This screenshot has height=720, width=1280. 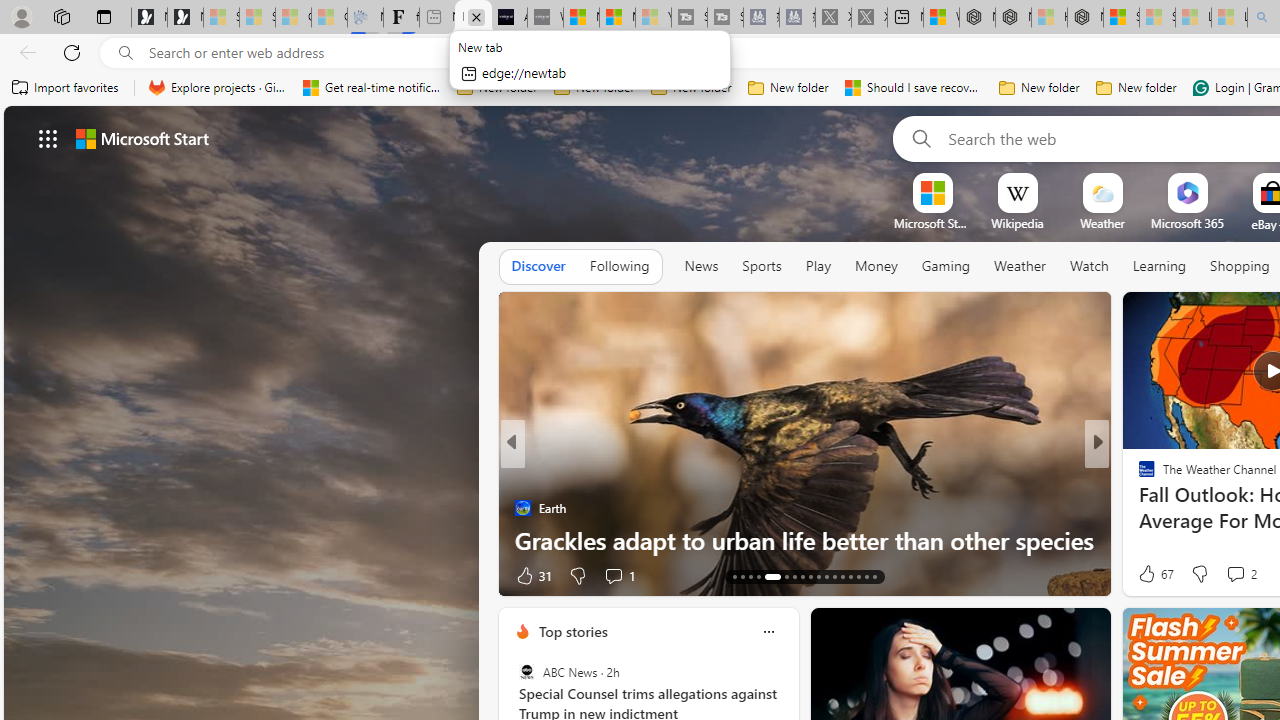 What do you see at coordinates (876, 265) in the screenshot?
I see `'Money'` at bounding box center [876, 265].